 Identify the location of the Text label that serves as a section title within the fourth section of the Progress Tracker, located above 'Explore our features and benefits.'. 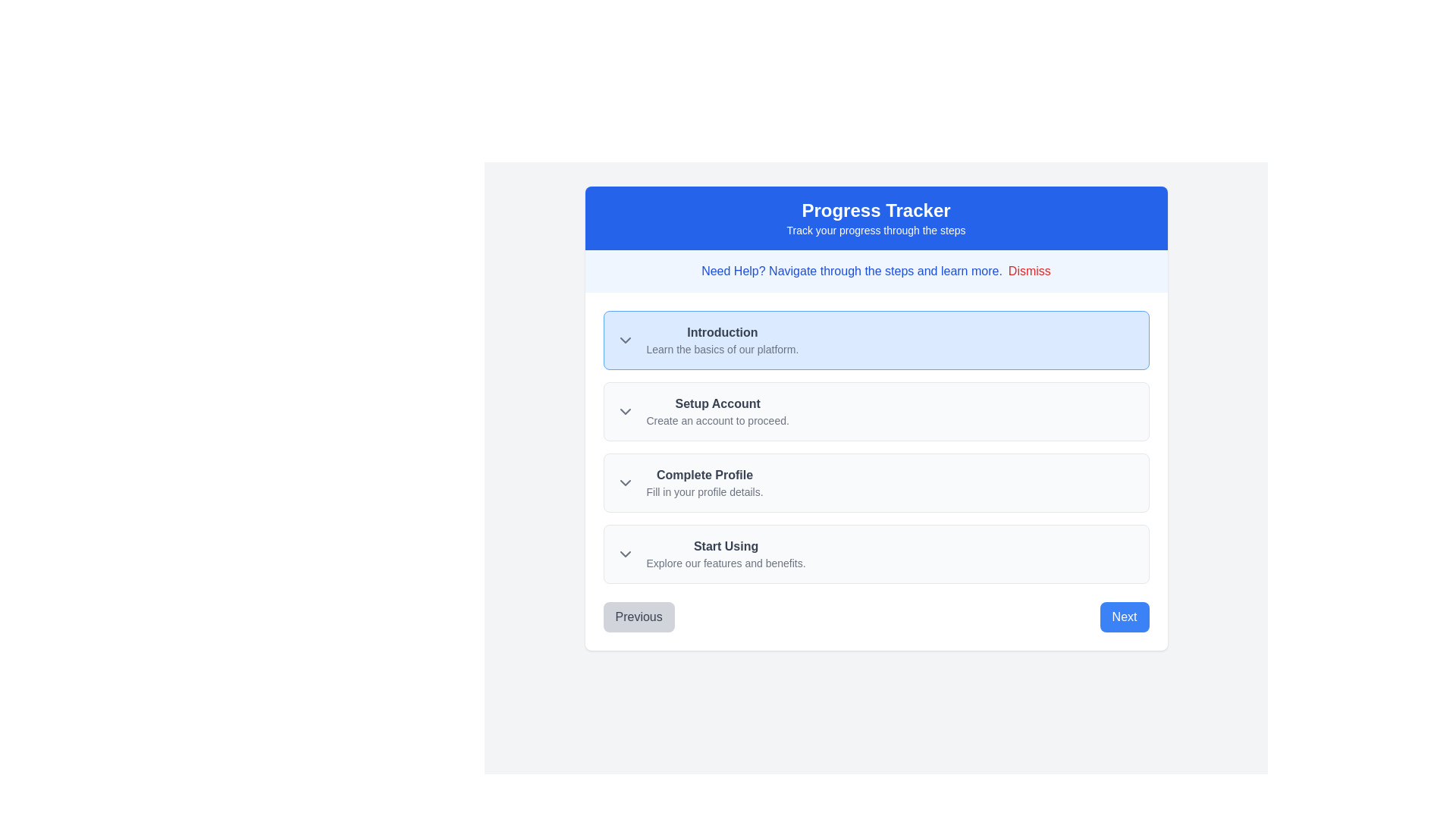
(725, 547).